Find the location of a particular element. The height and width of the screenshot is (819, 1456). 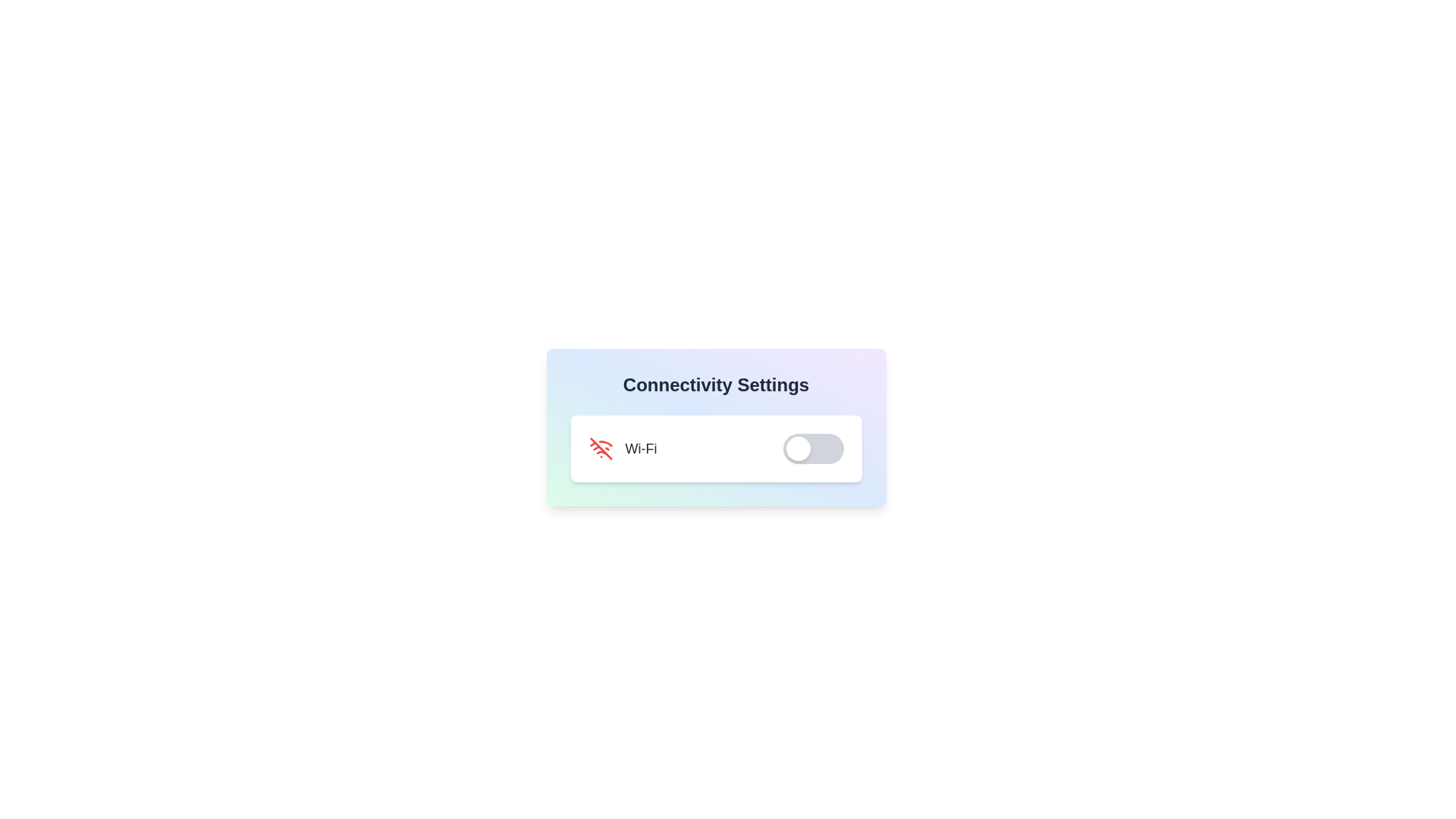

the Draggable toggle handle of the Wi-Fi toggle switch is located at coordinates (797, 447).